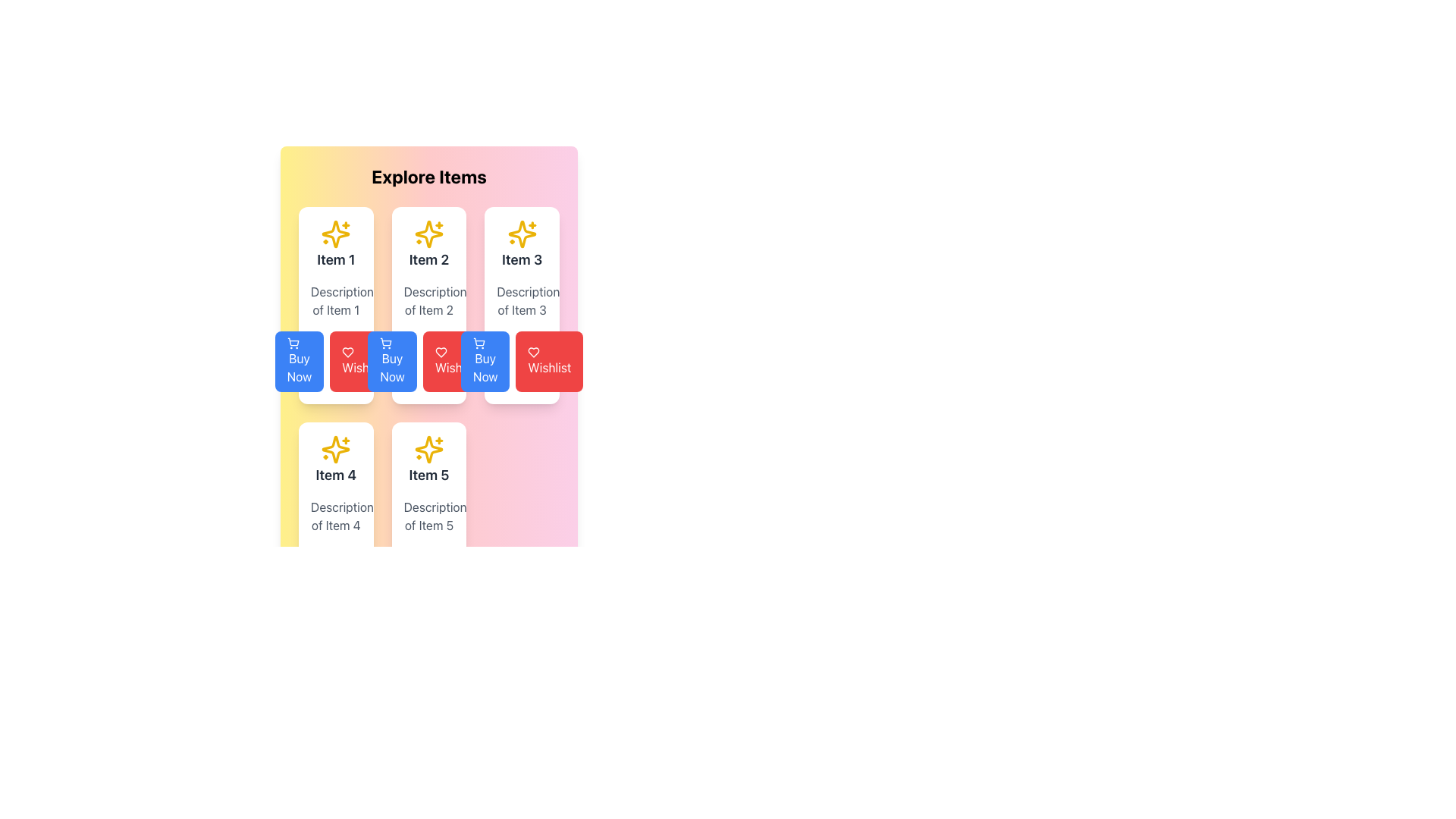  I want to click on the Text Label for 'Item 3', which is the title of the third column in a 2x3 grid of items, positioned below a sparkles icon and above the description and action buttons, so click(522, 259).